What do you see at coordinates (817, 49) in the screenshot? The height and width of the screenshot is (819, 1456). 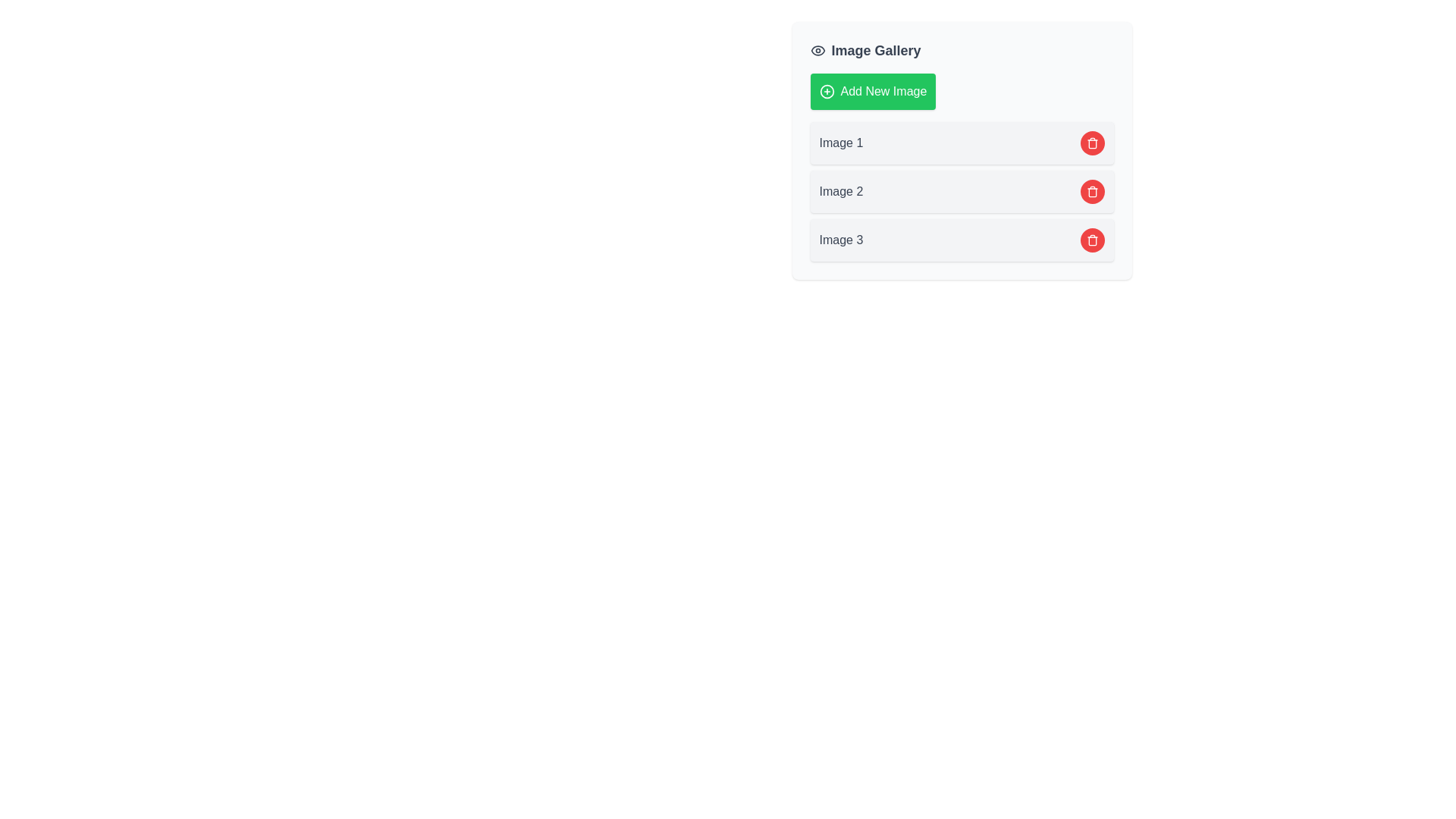 I see `the outer arched stroke of the eye icon located at the top left corner of the 'Image Gallery' widget` at bounding box center [817, 49].